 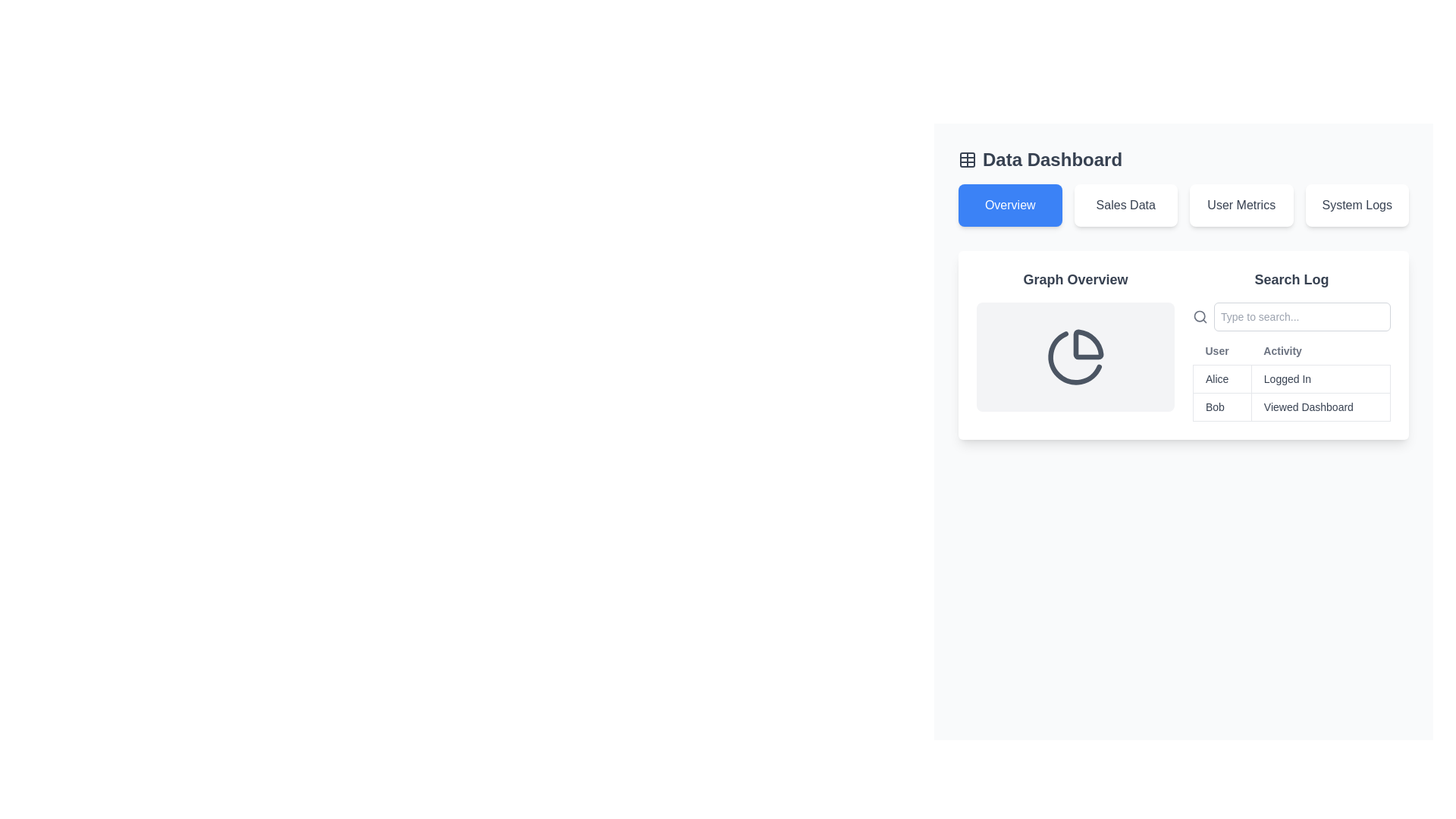 I want to click on the search magnifier icon located to the left of the search input field, so click(x=1200, y=315).